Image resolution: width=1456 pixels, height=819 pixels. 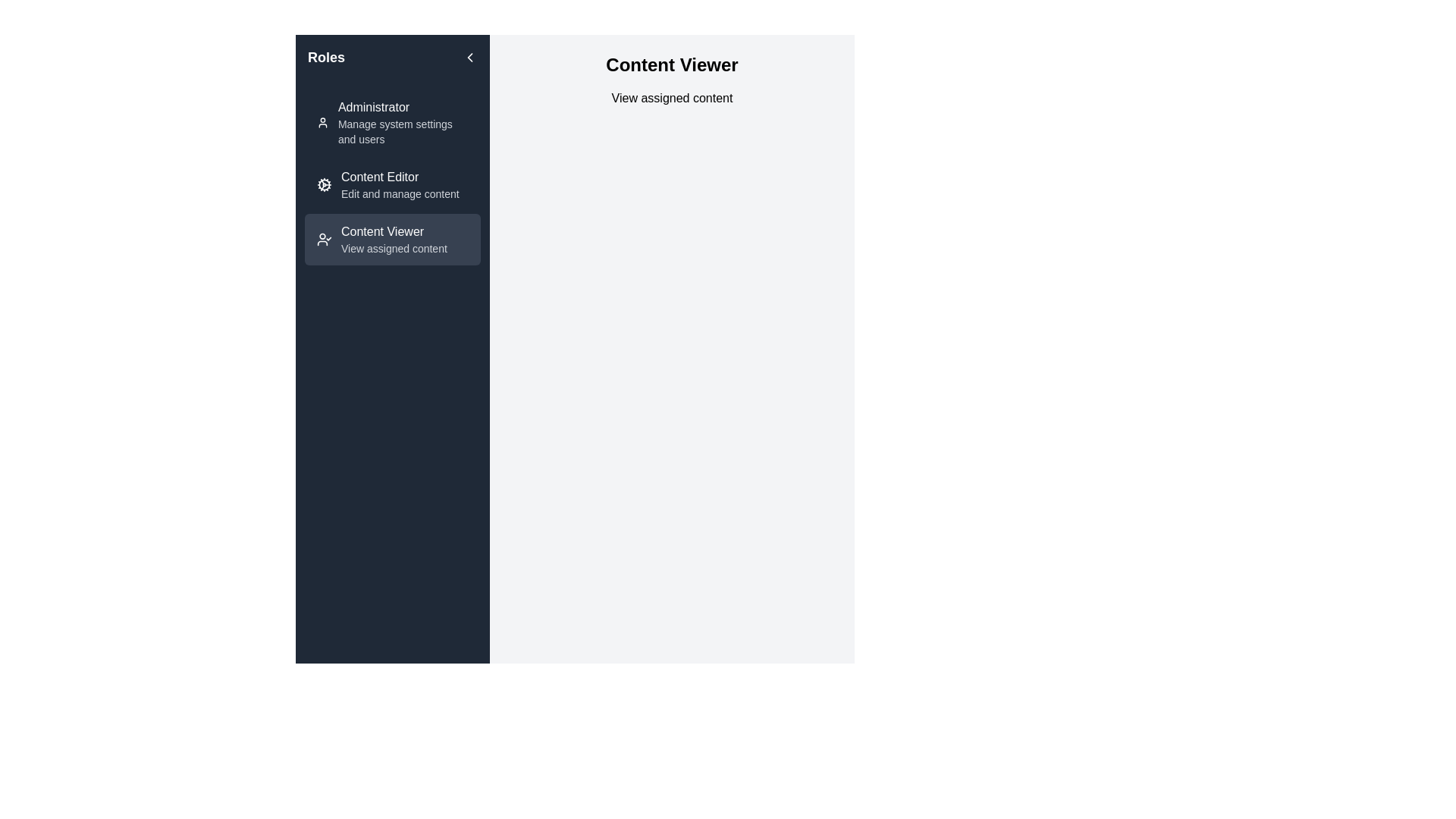 What do you see at coordinates (469, 57) in the screenshot?
I see `the left-pointing chevron button located in the upper-right quadrant of the dark-themed sidebar` at bounding box center [469, 57].